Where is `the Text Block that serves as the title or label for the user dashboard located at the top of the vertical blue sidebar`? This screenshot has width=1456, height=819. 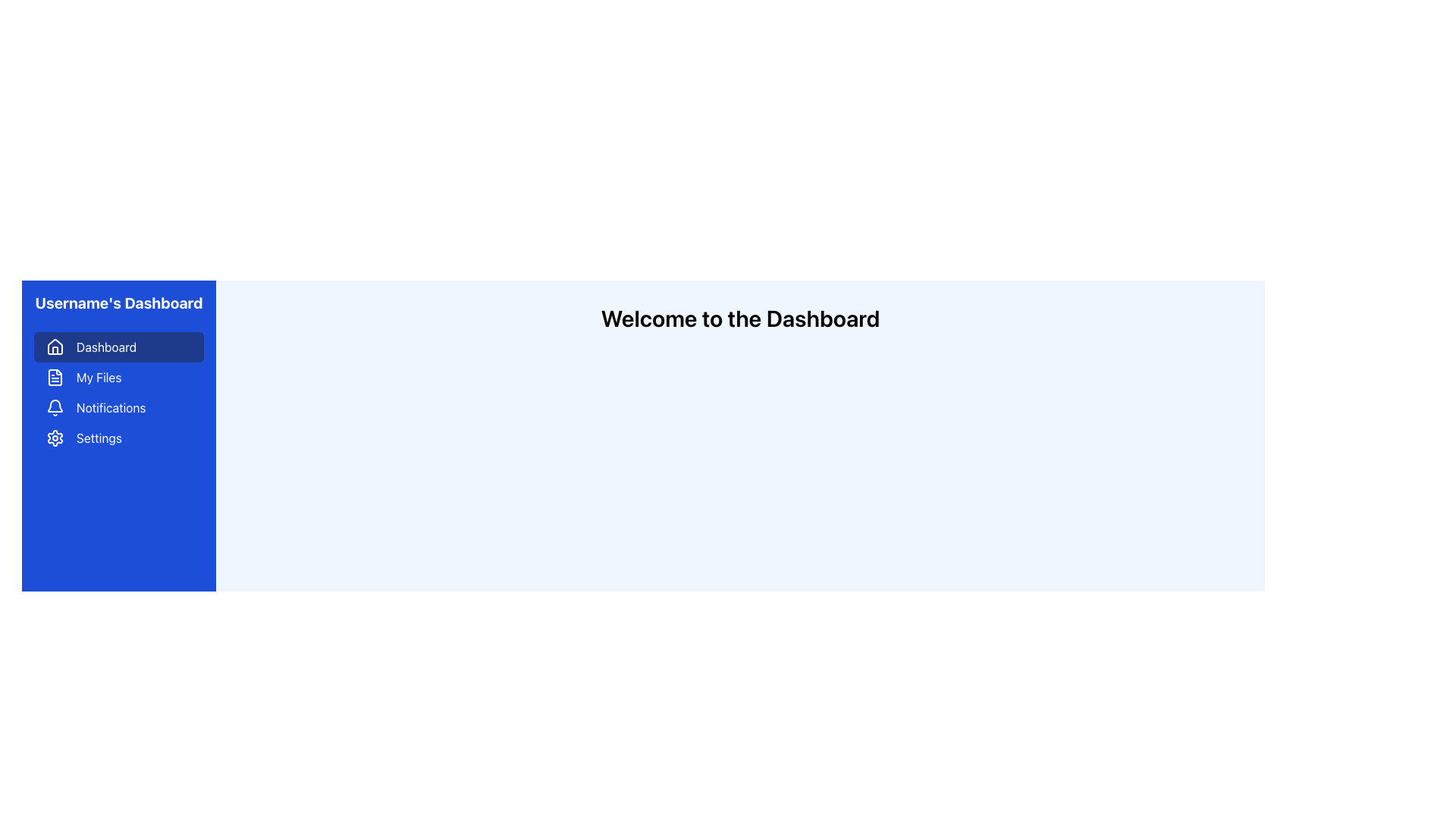
the Text Block that serves as the title or label for the user dashboard located at the top of the vertical blue sidebar is located at coordinates (118, 303).